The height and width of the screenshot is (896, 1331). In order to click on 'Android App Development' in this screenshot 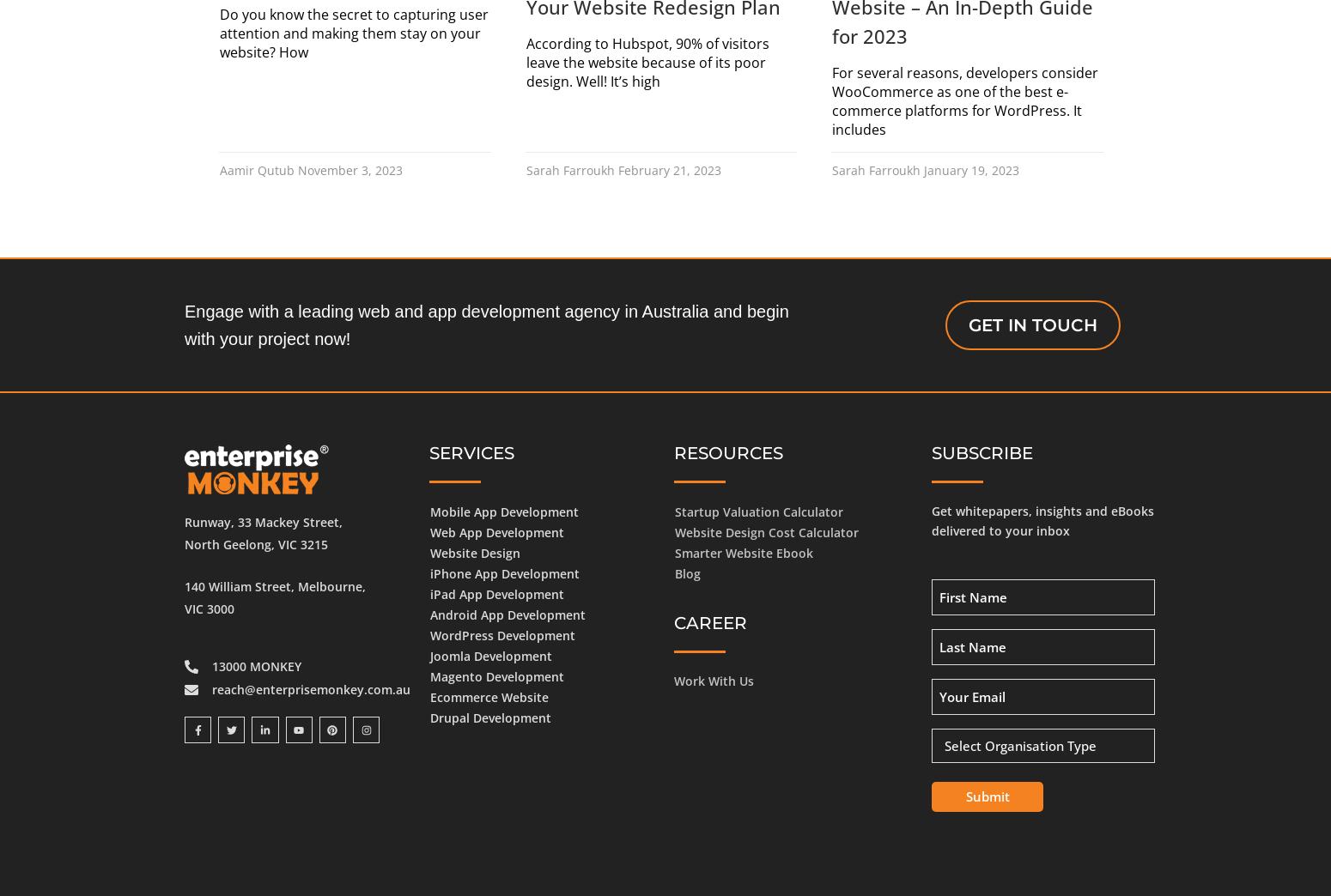, I will do `click(507, 614)`.